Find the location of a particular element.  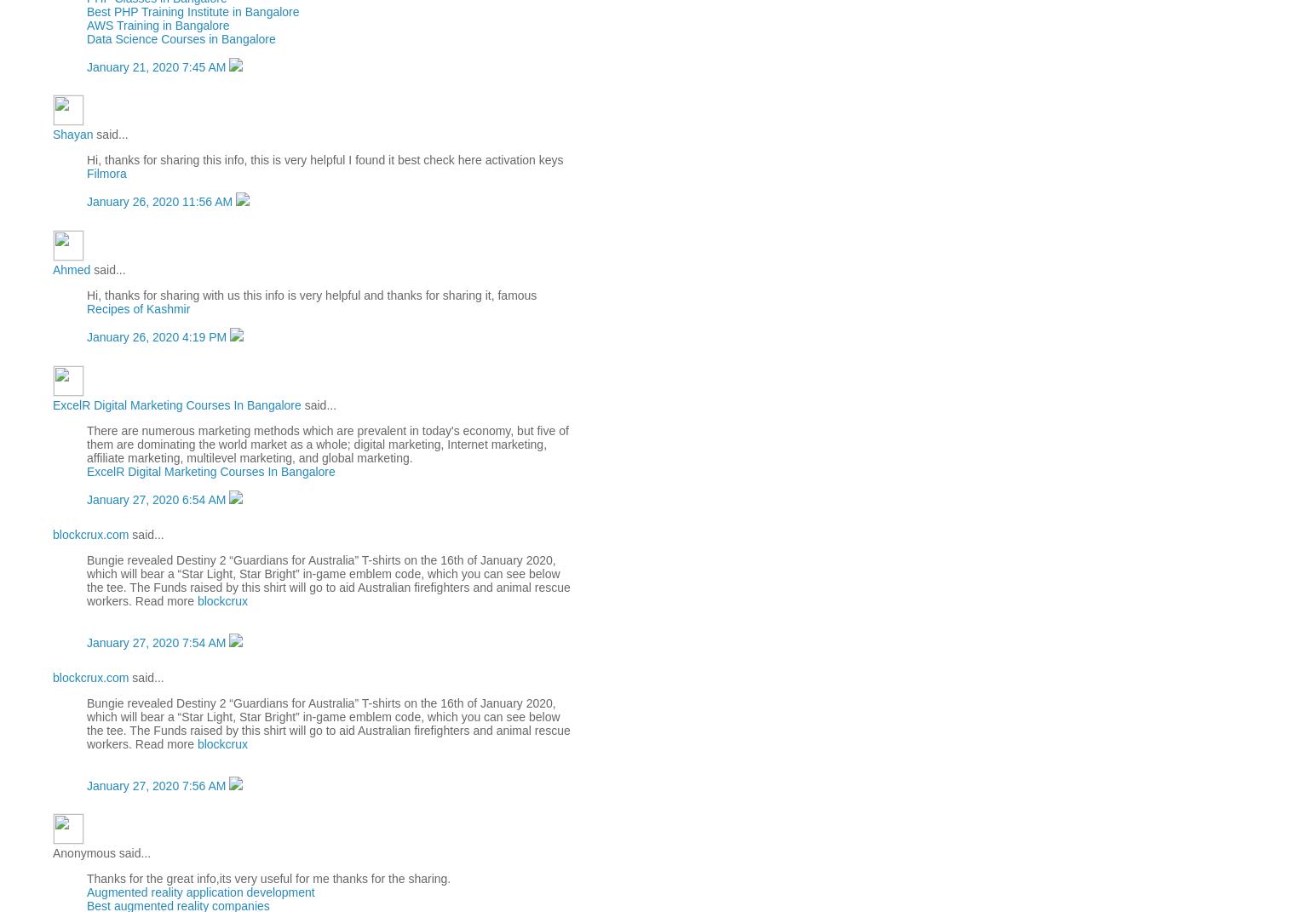

'Recipes of Kashmir' is located at coordinates (138, 307).